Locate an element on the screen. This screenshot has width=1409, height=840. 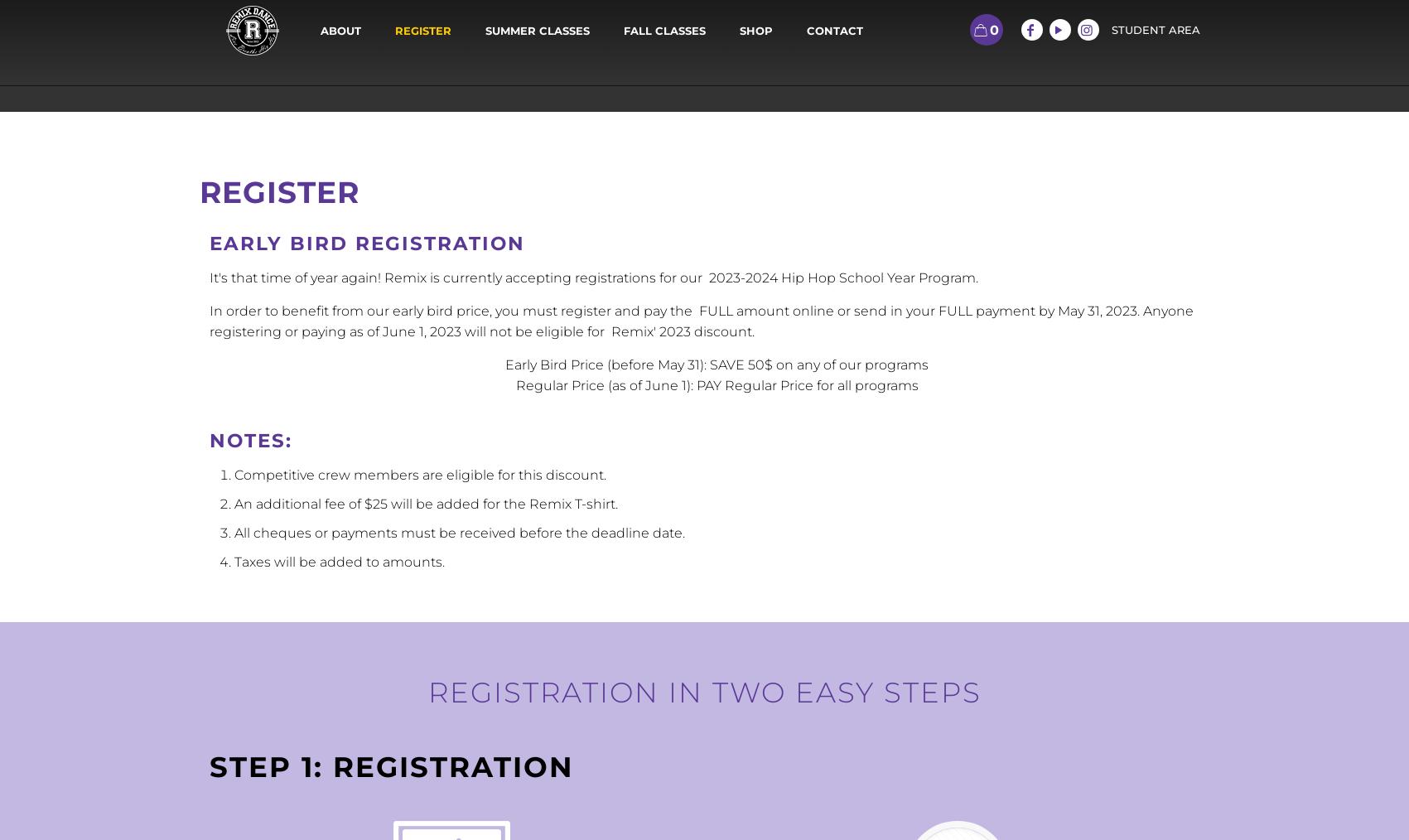
'Register' is located at coordinates (278, 191).